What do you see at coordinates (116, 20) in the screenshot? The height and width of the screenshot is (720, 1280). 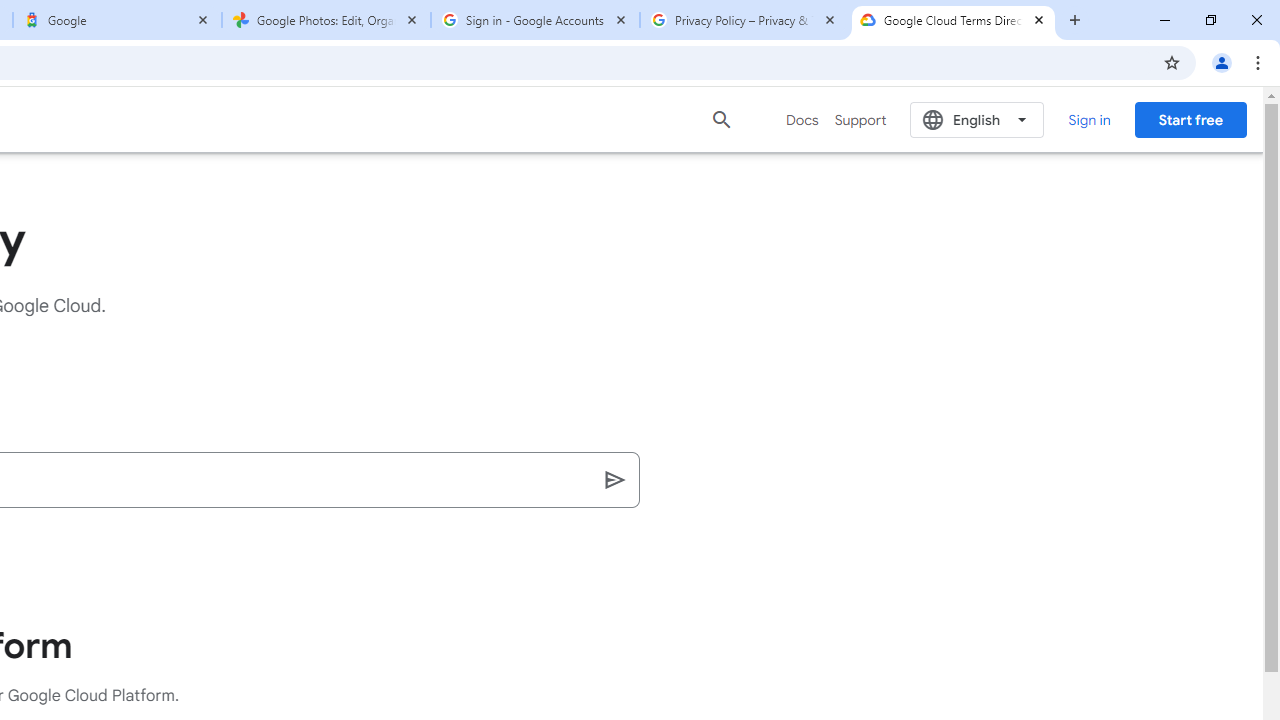 I see `'Google'` at bounding box center [116, 20].